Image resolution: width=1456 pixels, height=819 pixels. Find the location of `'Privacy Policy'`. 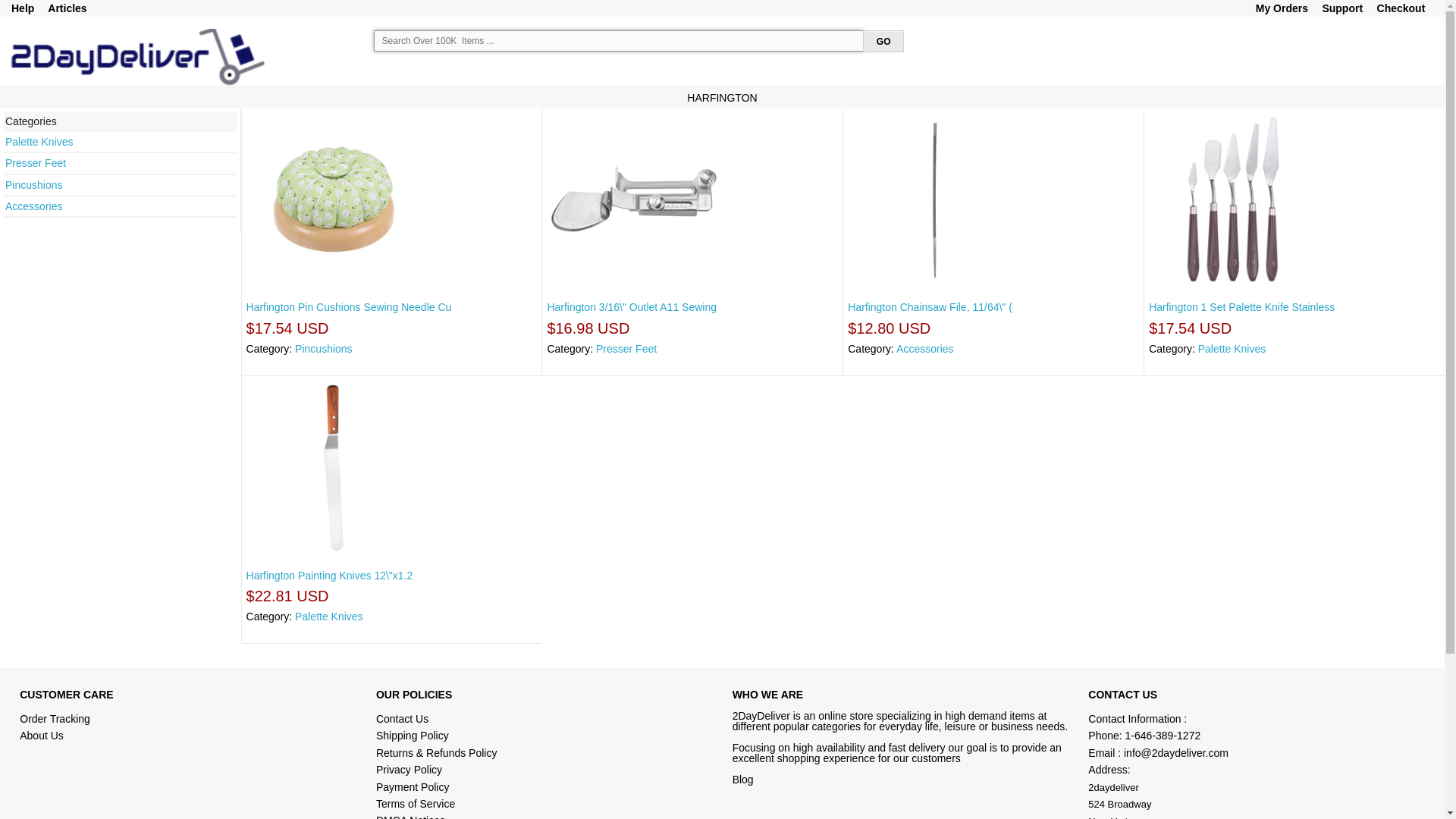

'Privacy Policy' is located at coordinates (409, 769).